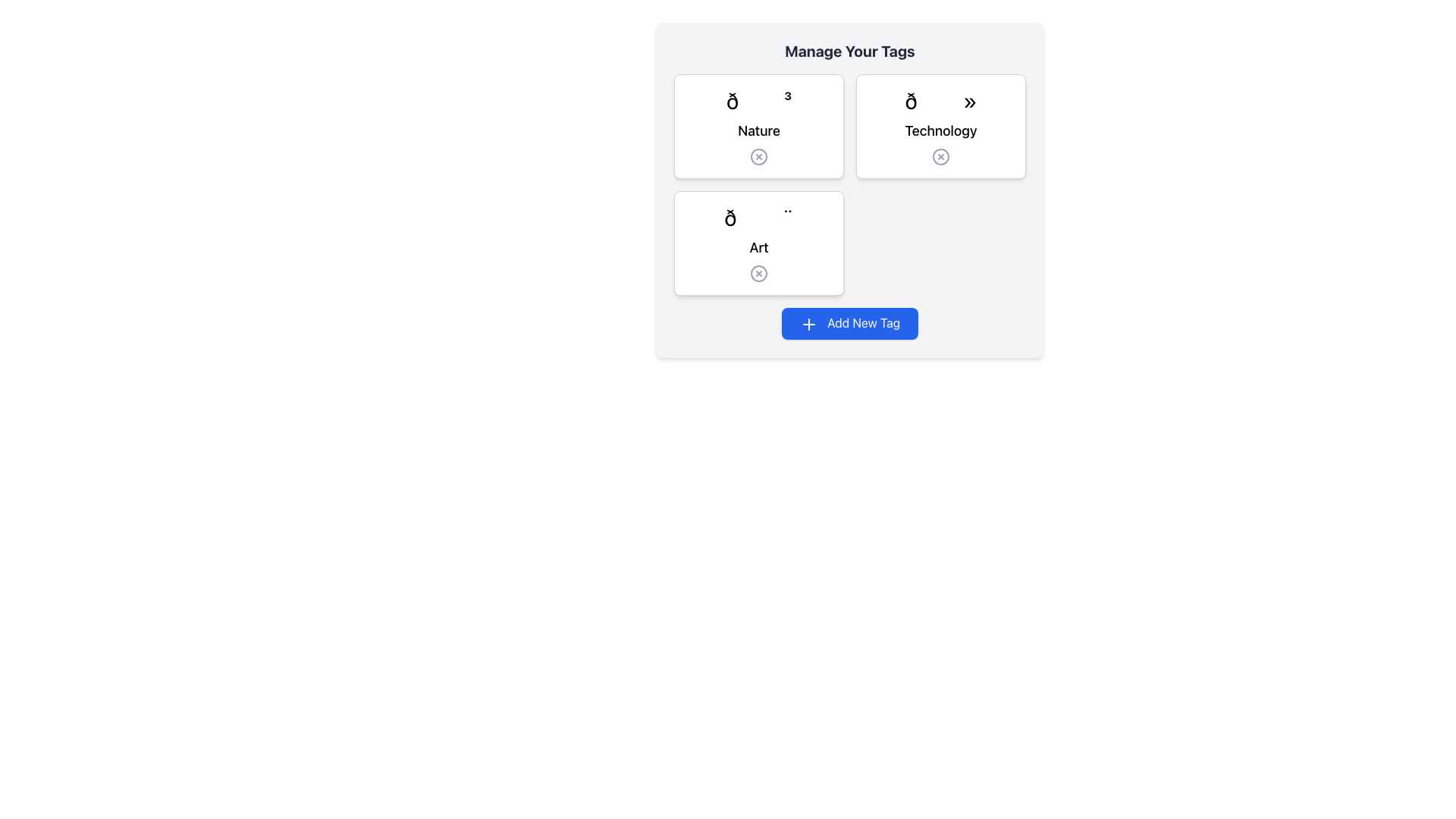 This screenshot has width=1456, height=819. What do you see at coordinates (759, 242) in the screenshot?
I see `on the bottom-left card labeled 'Art' in the 'Manage Your Tags' grid` at bounding box center [759, 242].